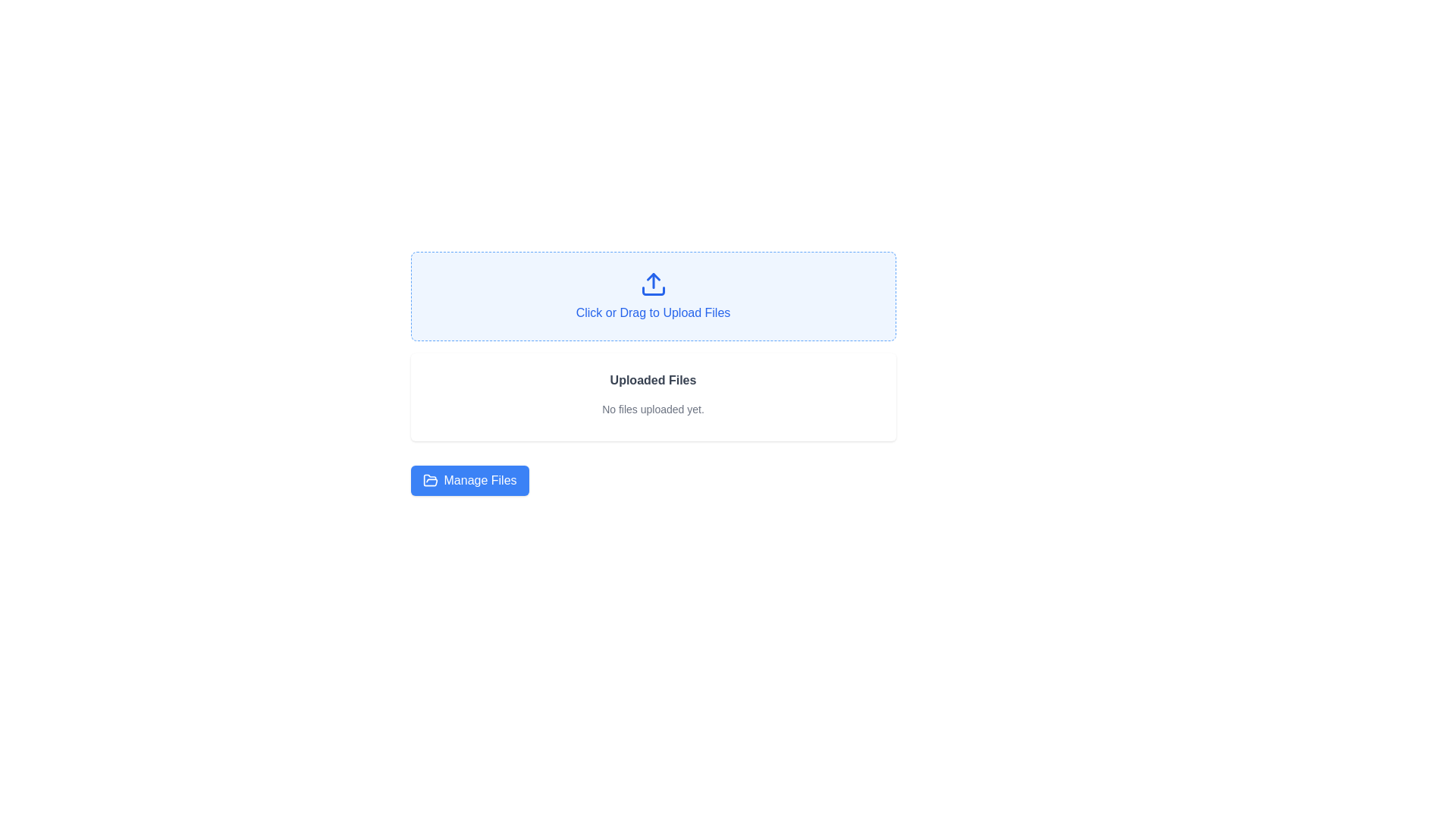 This screenshot has width=1456, height=819. I want to click on the Text Display that indicates the status of uploaded files, located below the 'Click or Drag to Upload Files' section and above the 'Manage Files' button, so click(653, 379).